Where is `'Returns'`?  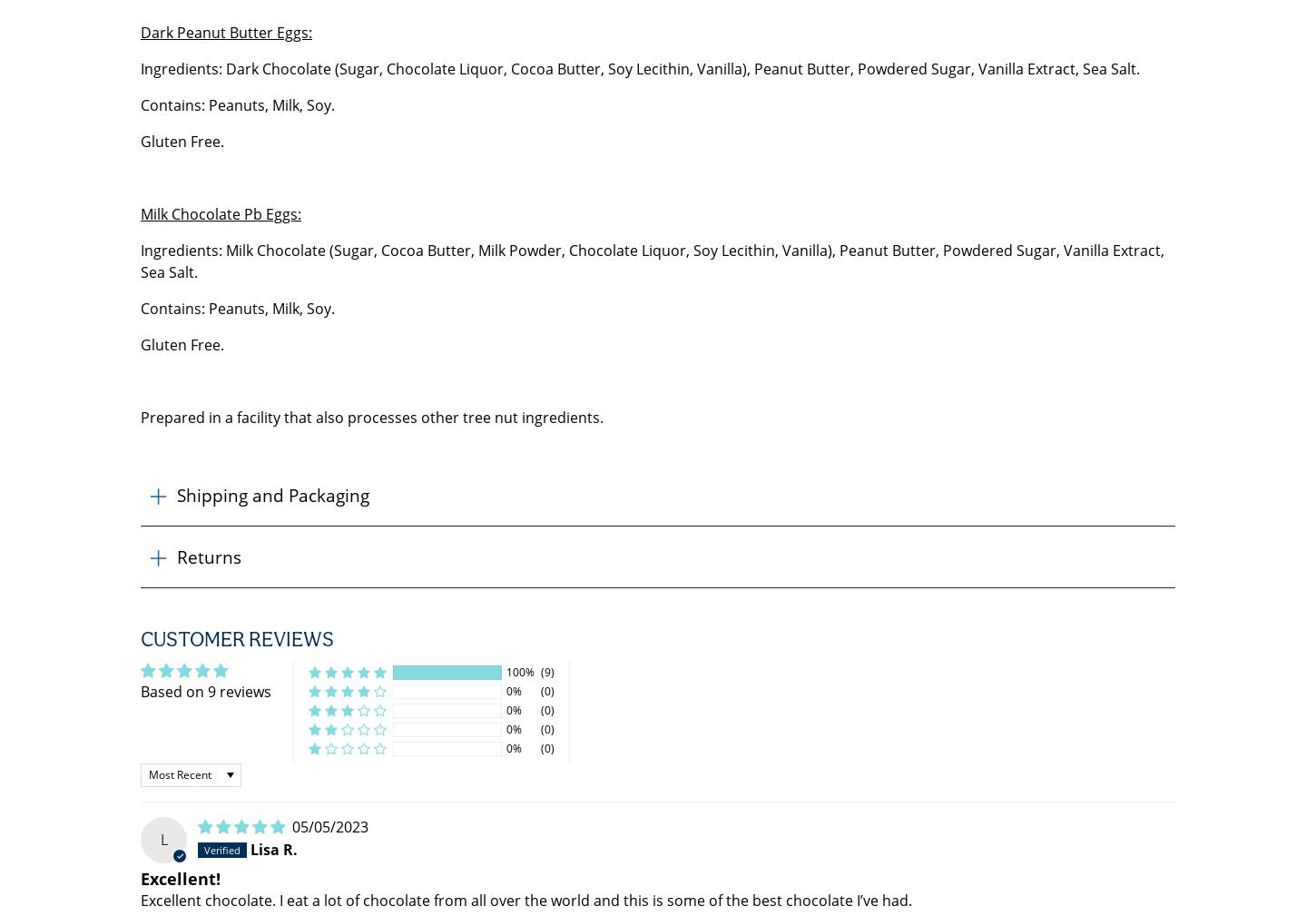 'Returns' is located at coordinates (208, 556).